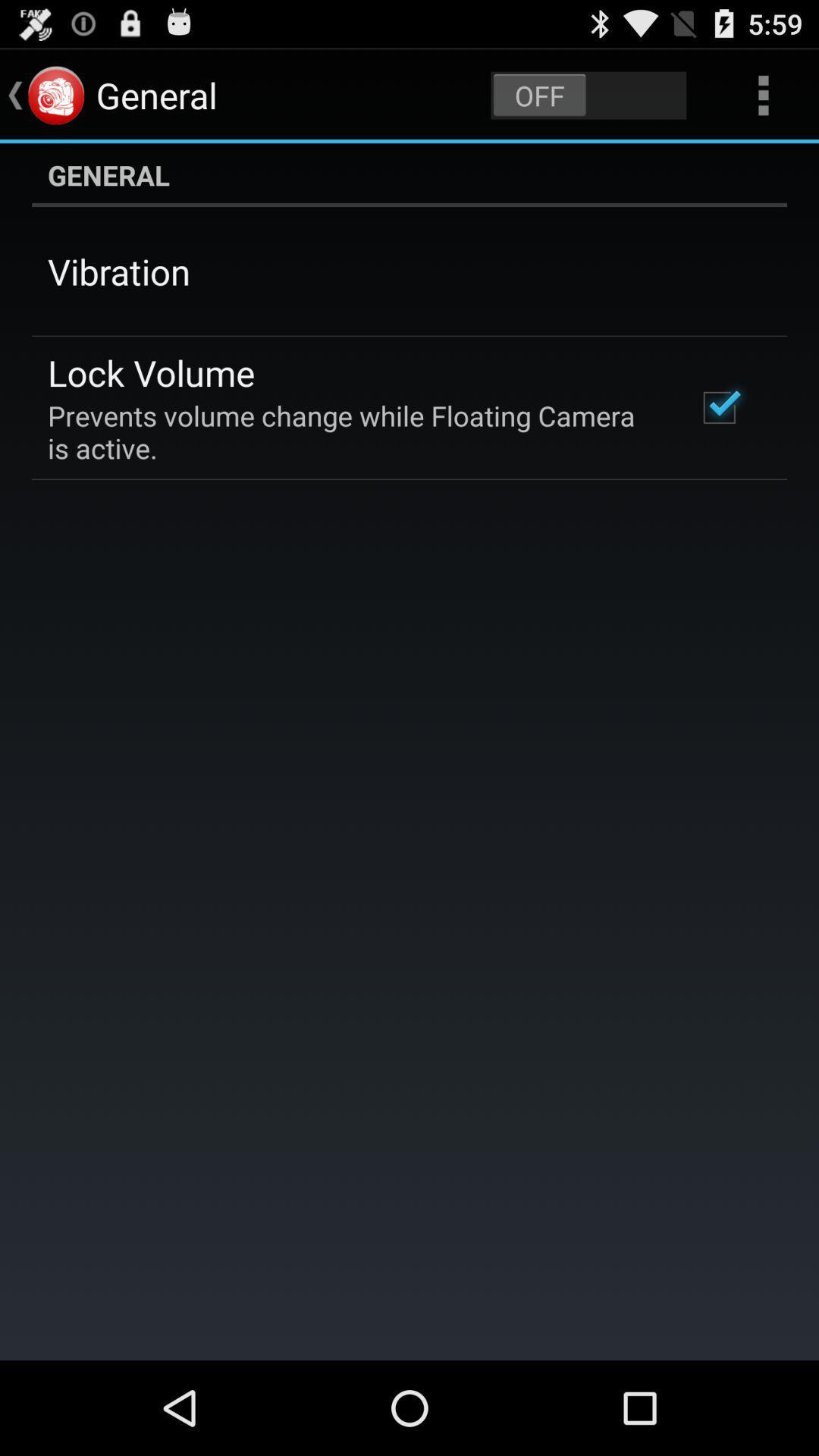  What do you see at coordinates (588, 94) in the screenshot?
I see `the item above general icon` at bounding box center [588, 94].